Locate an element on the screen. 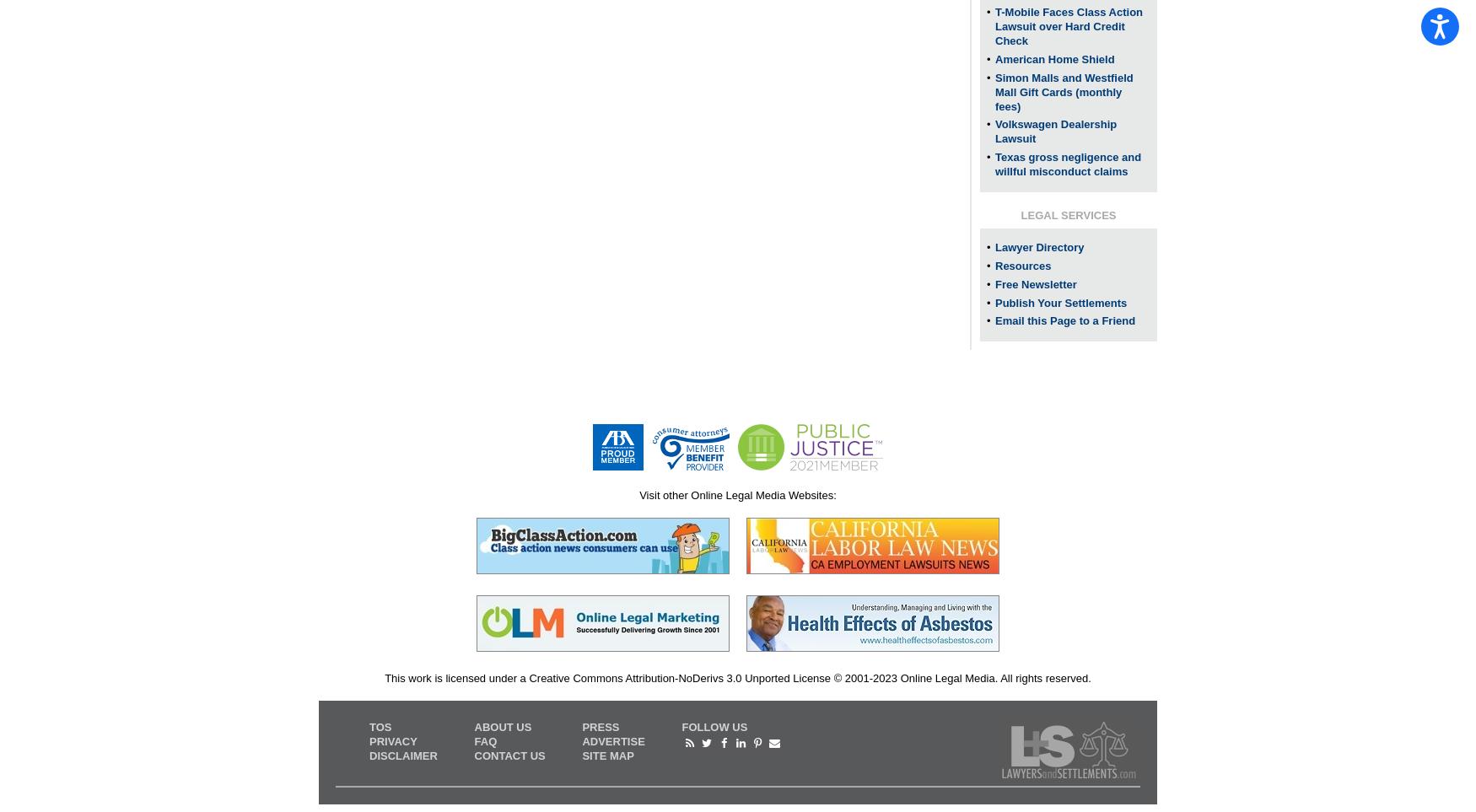 The image size is (1476, 812). 'TOS' is located at coordinates (380, 727).